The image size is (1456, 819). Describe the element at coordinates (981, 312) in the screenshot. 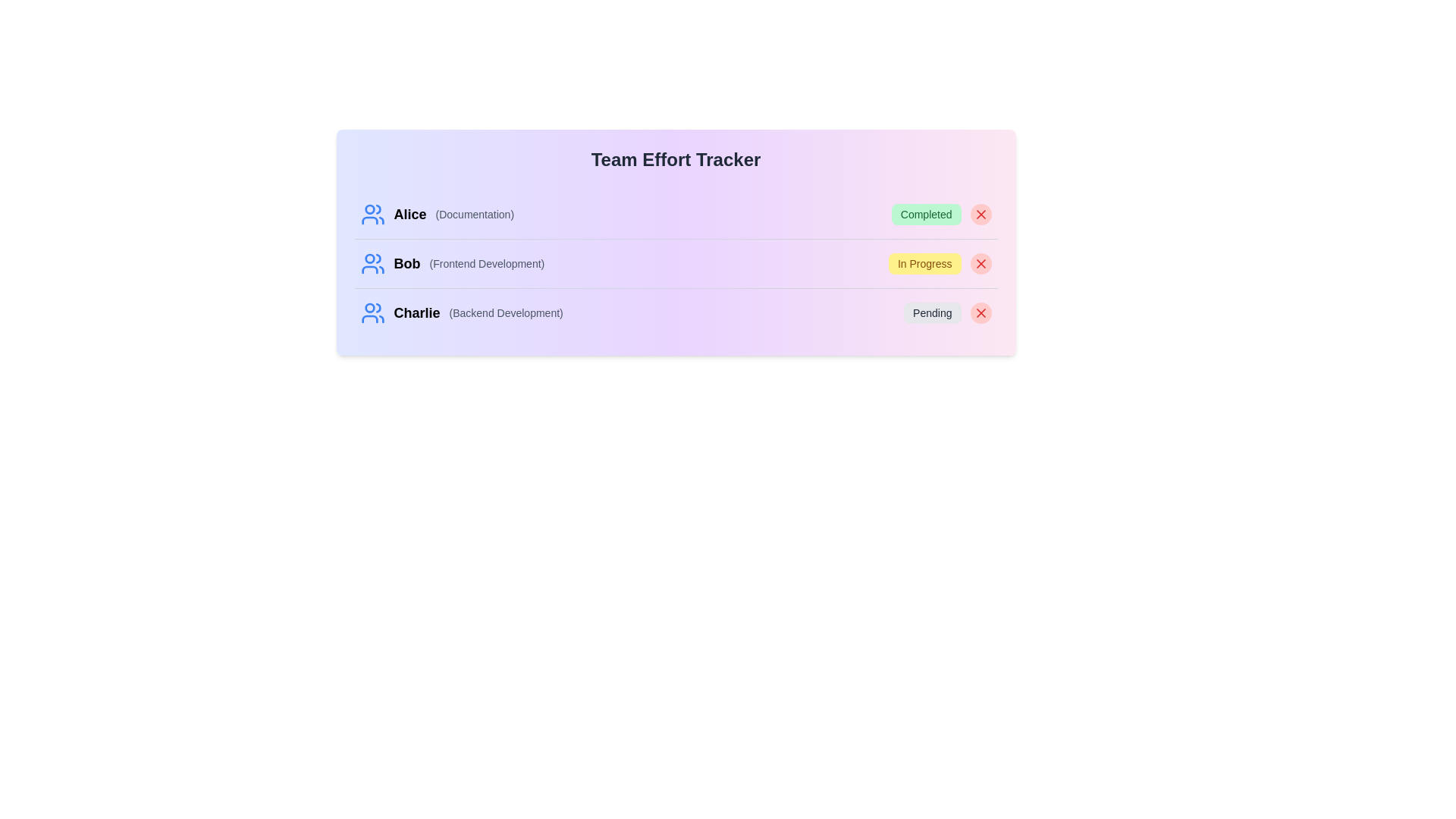

I see `'Remove Member' button for the team member Charlie` at that location.